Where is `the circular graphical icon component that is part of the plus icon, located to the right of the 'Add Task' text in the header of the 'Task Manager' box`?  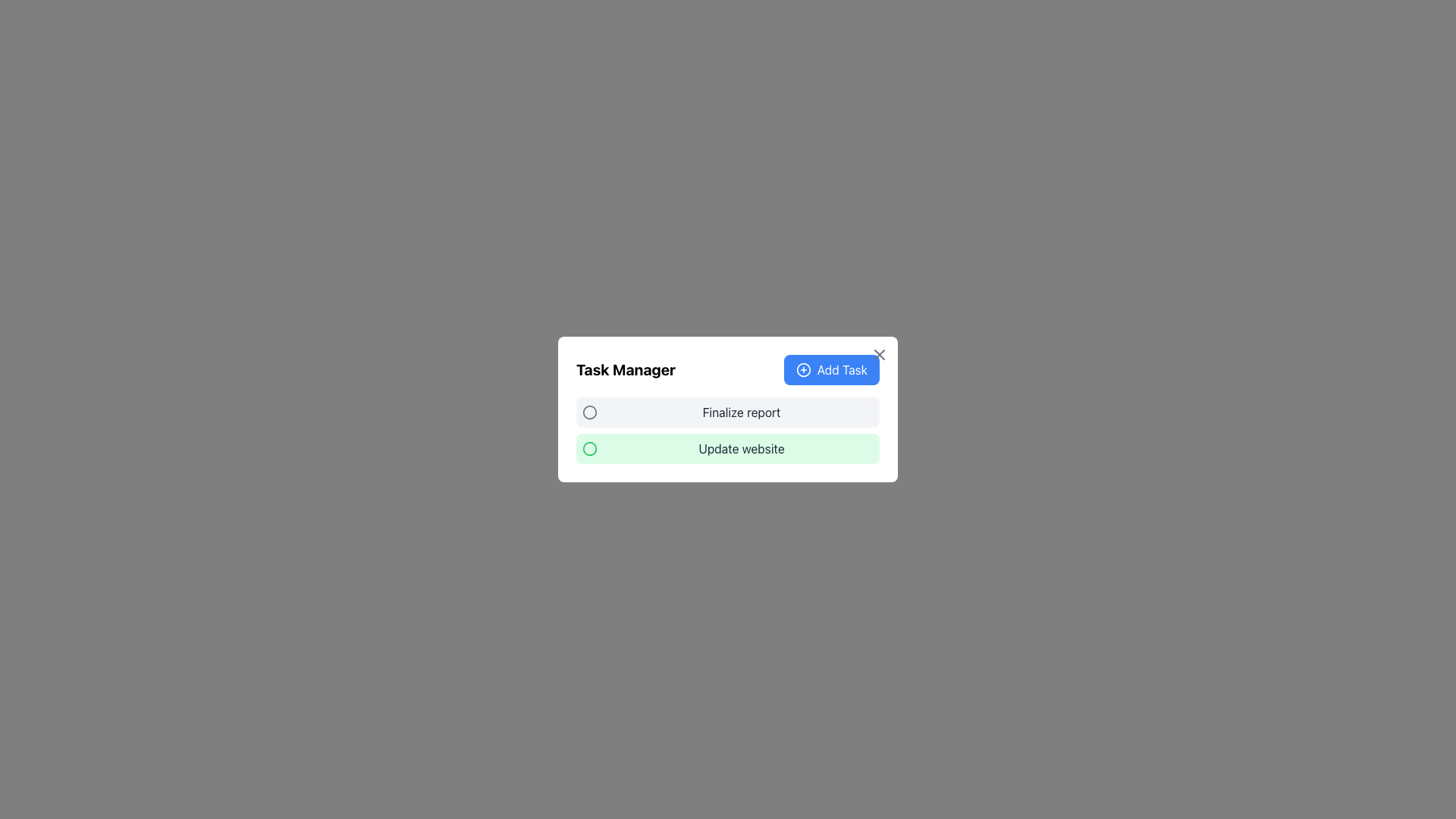 the circular graphical icon component that is part of the plus icon, located to the right of the 'Add Task' text in the header of the 'Task Manager' box is located at coordinates (802, 370).